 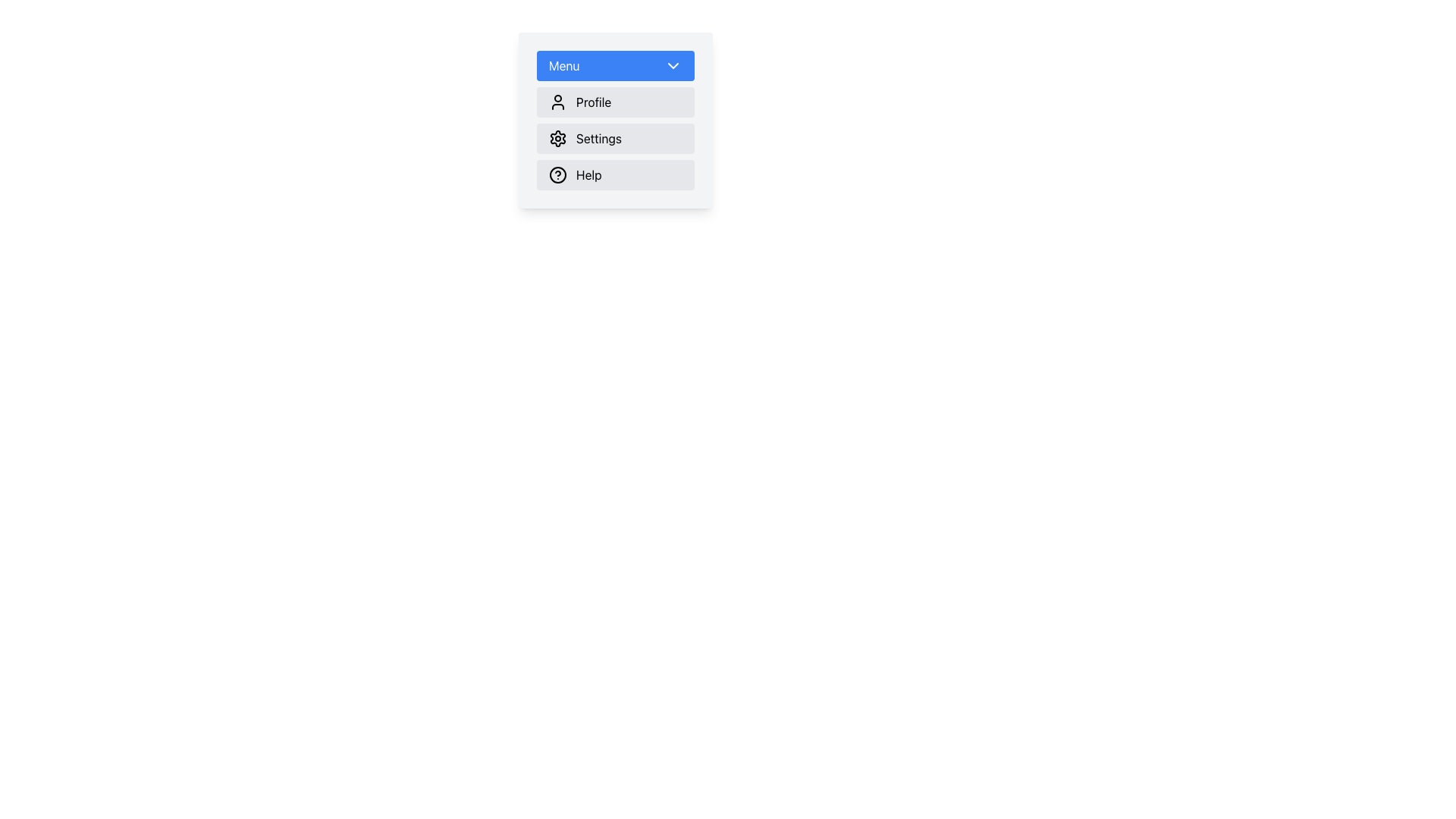 What do you see at coordinates (673, 65) in the screenshot?
I see `the Dropdown indicator icon (Chevron down) located on the far-right end of the blue 'Menu' button` at bounding box center [673, 65].